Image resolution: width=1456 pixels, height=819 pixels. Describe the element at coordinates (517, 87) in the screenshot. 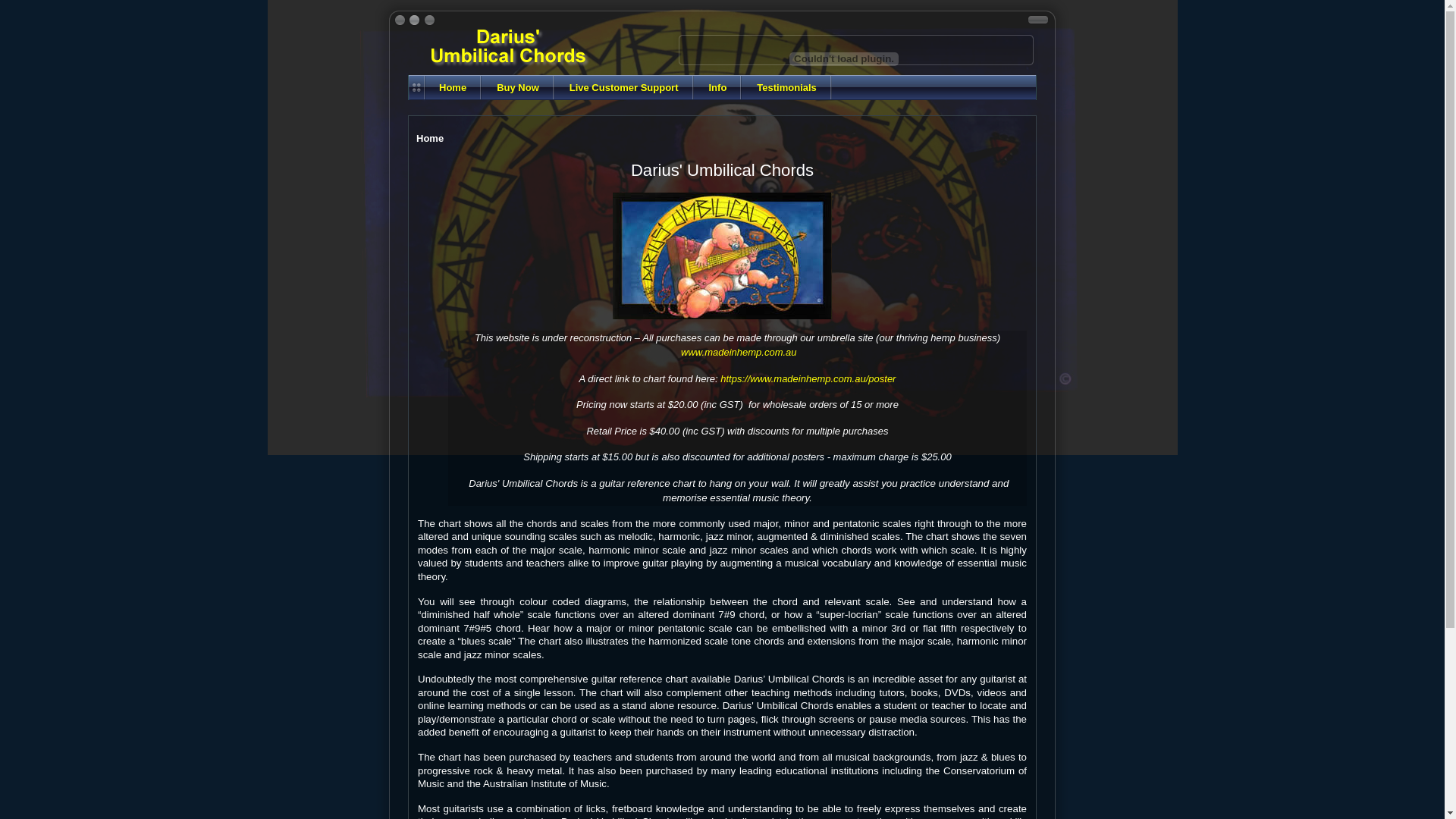

I see `'Buy Now'` at that location.